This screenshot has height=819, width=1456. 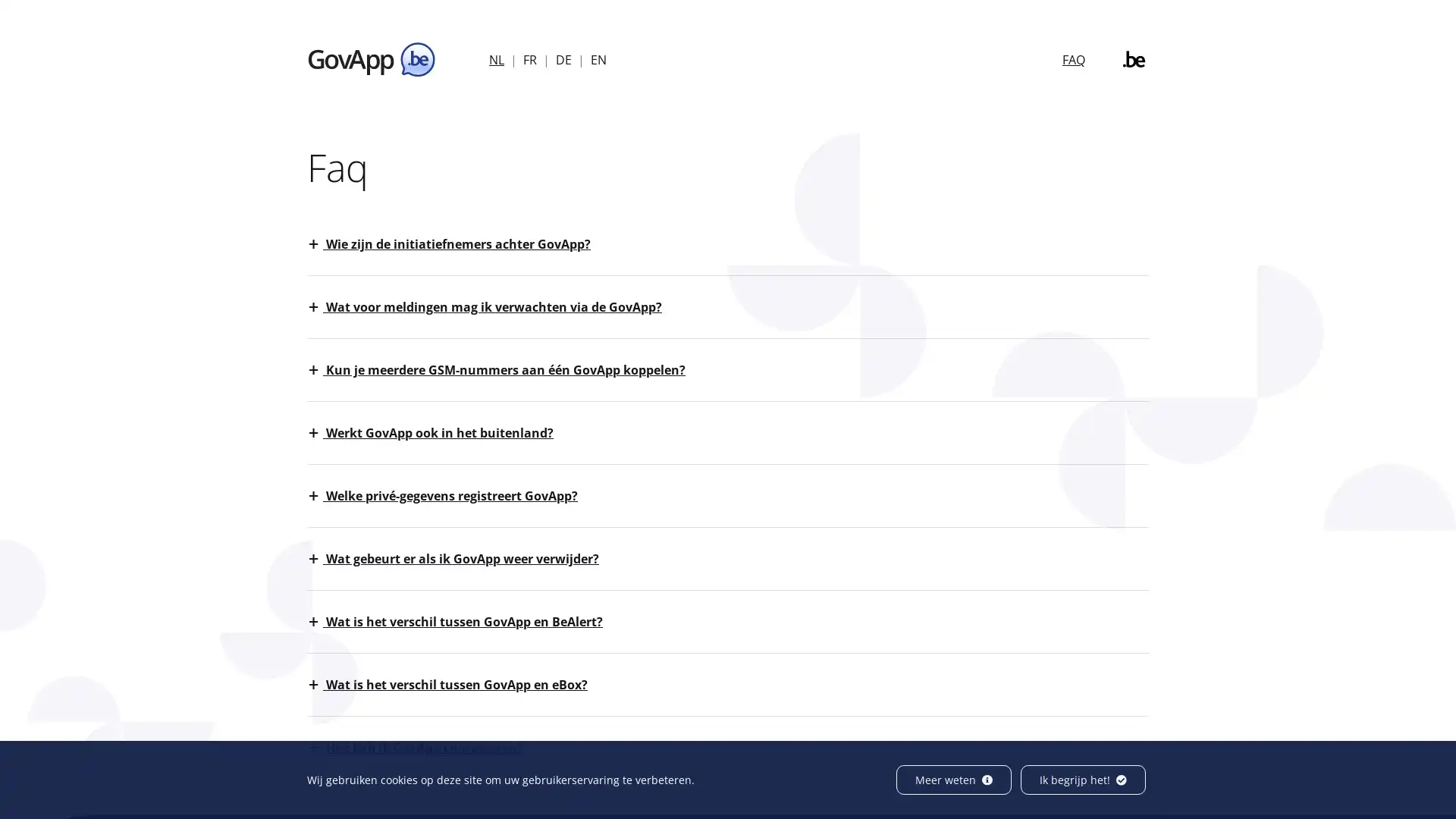 I want to click on + Wat gebeurt er als ik GovApp weer verwijder?, so click(x=461, y=558).